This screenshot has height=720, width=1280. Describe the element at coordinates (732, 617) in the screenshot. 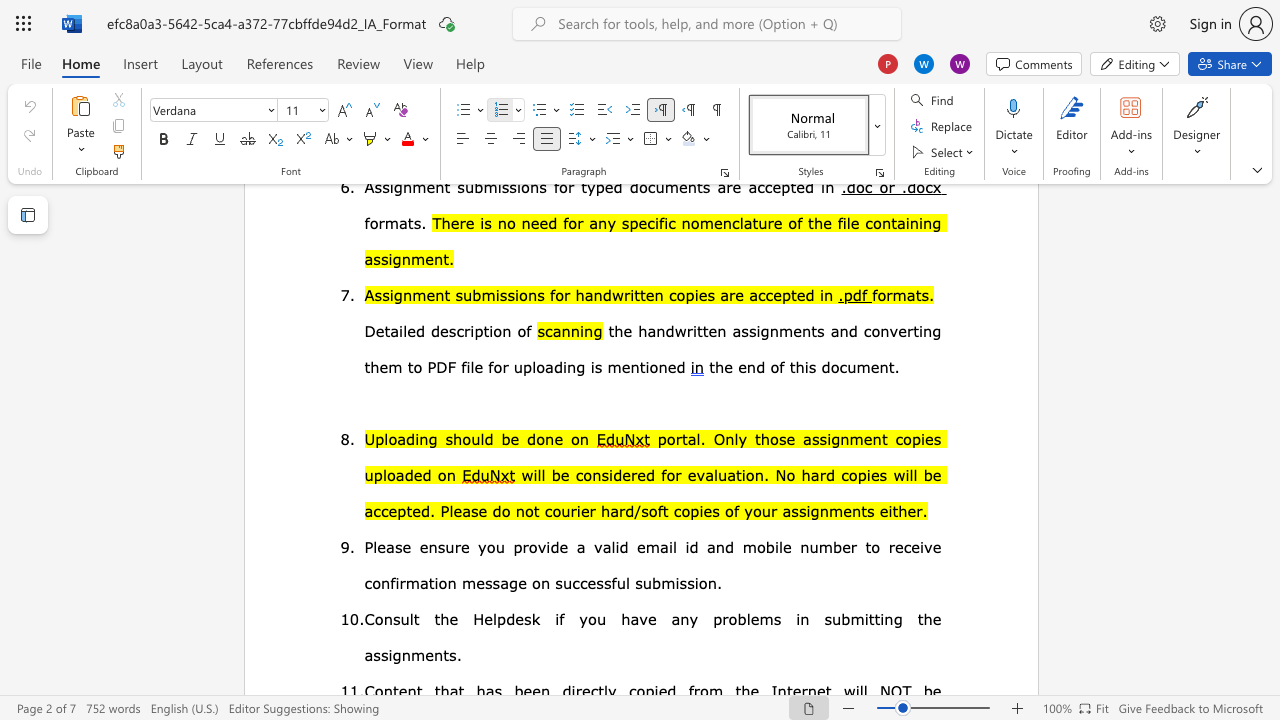

I see `the 3th character "o" in the text` at that location.